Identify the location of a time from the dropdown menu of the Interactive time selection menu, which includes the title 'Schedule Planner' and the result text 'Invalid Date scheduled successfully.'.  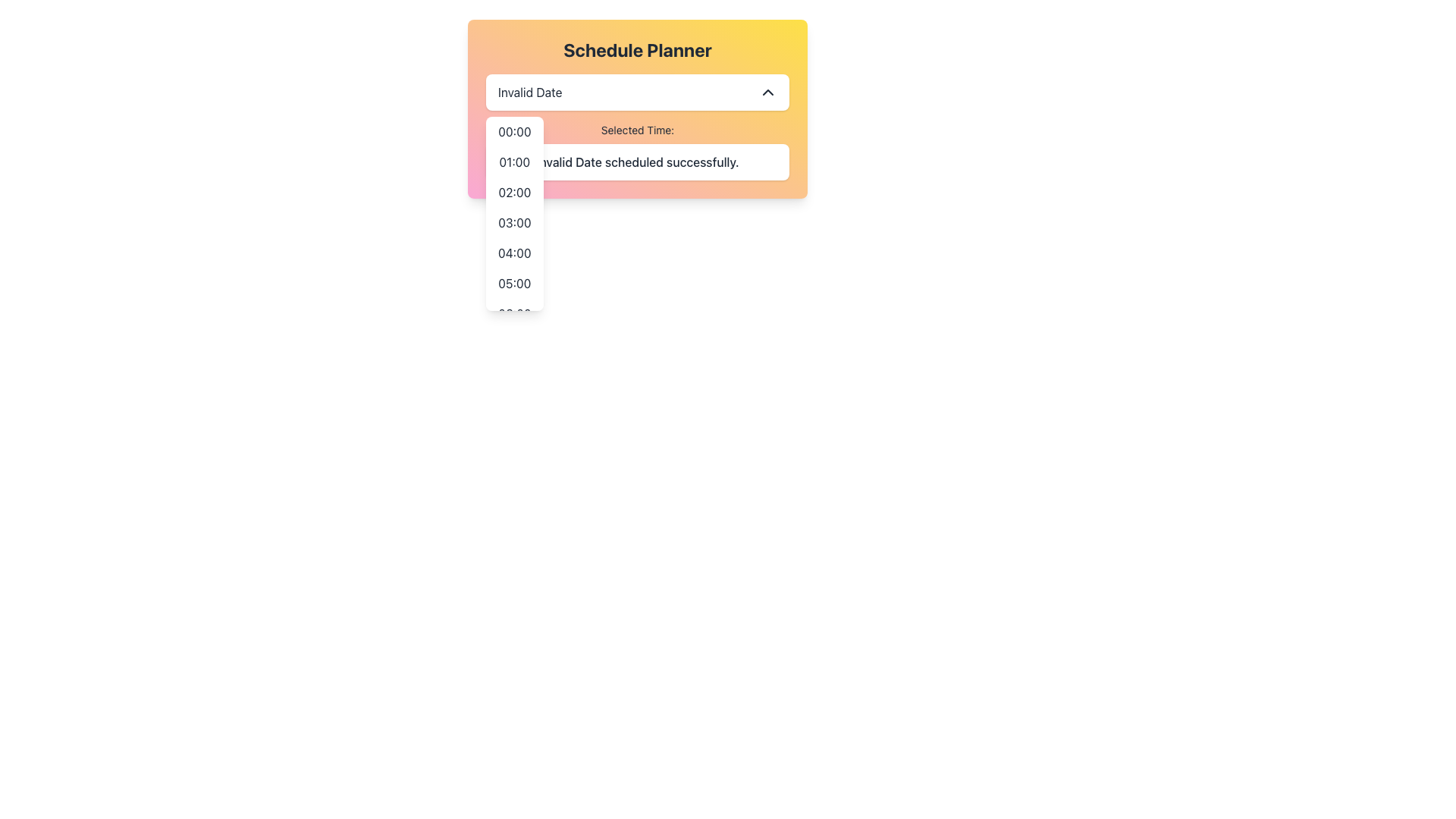
(637, 108).